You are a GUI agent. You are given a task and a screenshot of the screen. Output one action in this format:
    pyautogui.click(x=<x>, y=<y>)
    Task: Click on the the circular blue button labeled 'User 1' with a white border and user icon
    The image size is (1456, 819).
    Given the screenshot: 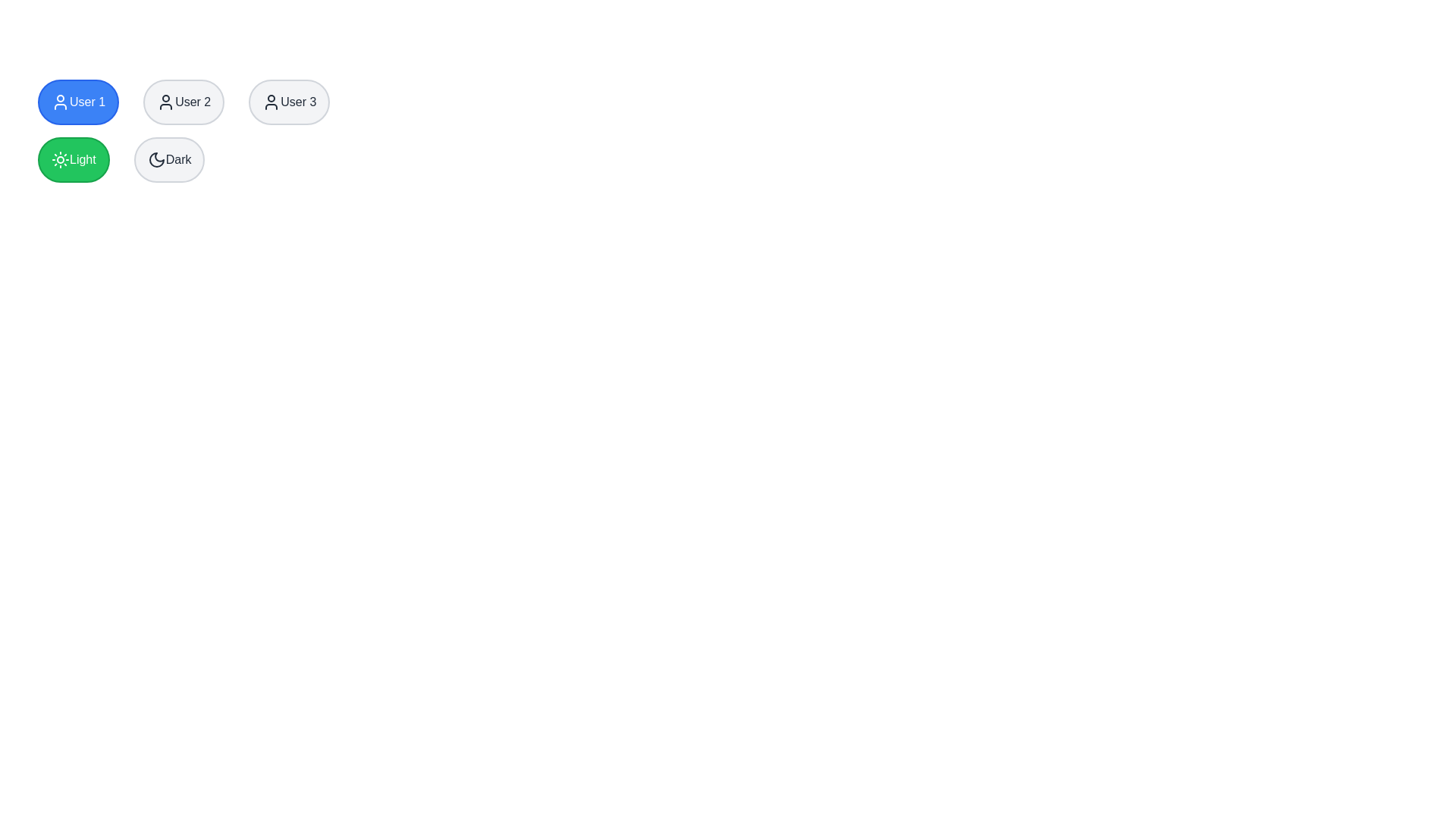 What is the action you would take?
    pyautogui.click(x=77, y=102)
    